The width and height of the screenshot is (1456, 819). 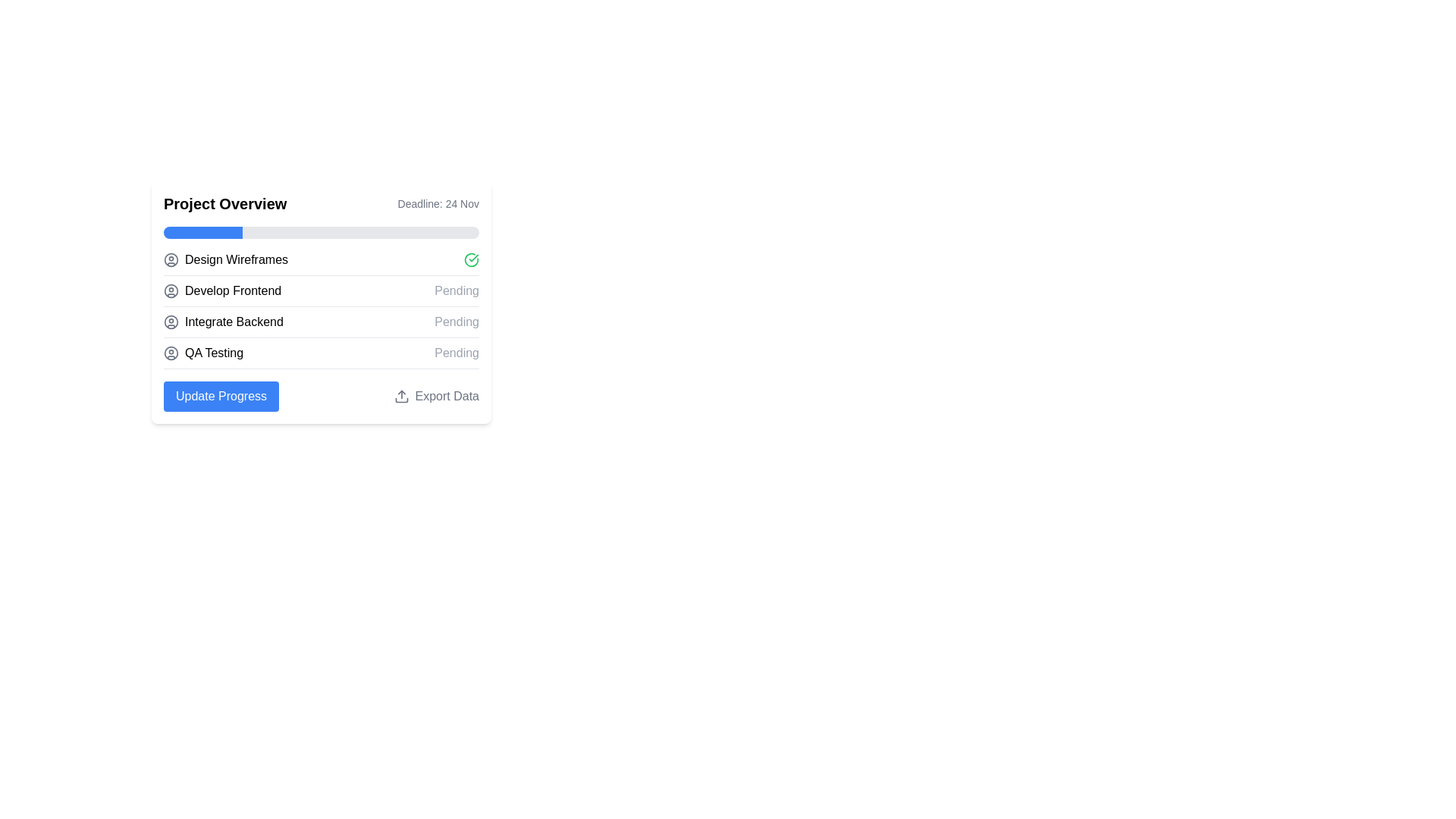 What do you see at coordinates (171, 321) in the screenshot?
I see `circular user placeholder icon with a gray stroke, located next to the 'Integrate Backend' label in the list item` at bounding box center [171, 321].